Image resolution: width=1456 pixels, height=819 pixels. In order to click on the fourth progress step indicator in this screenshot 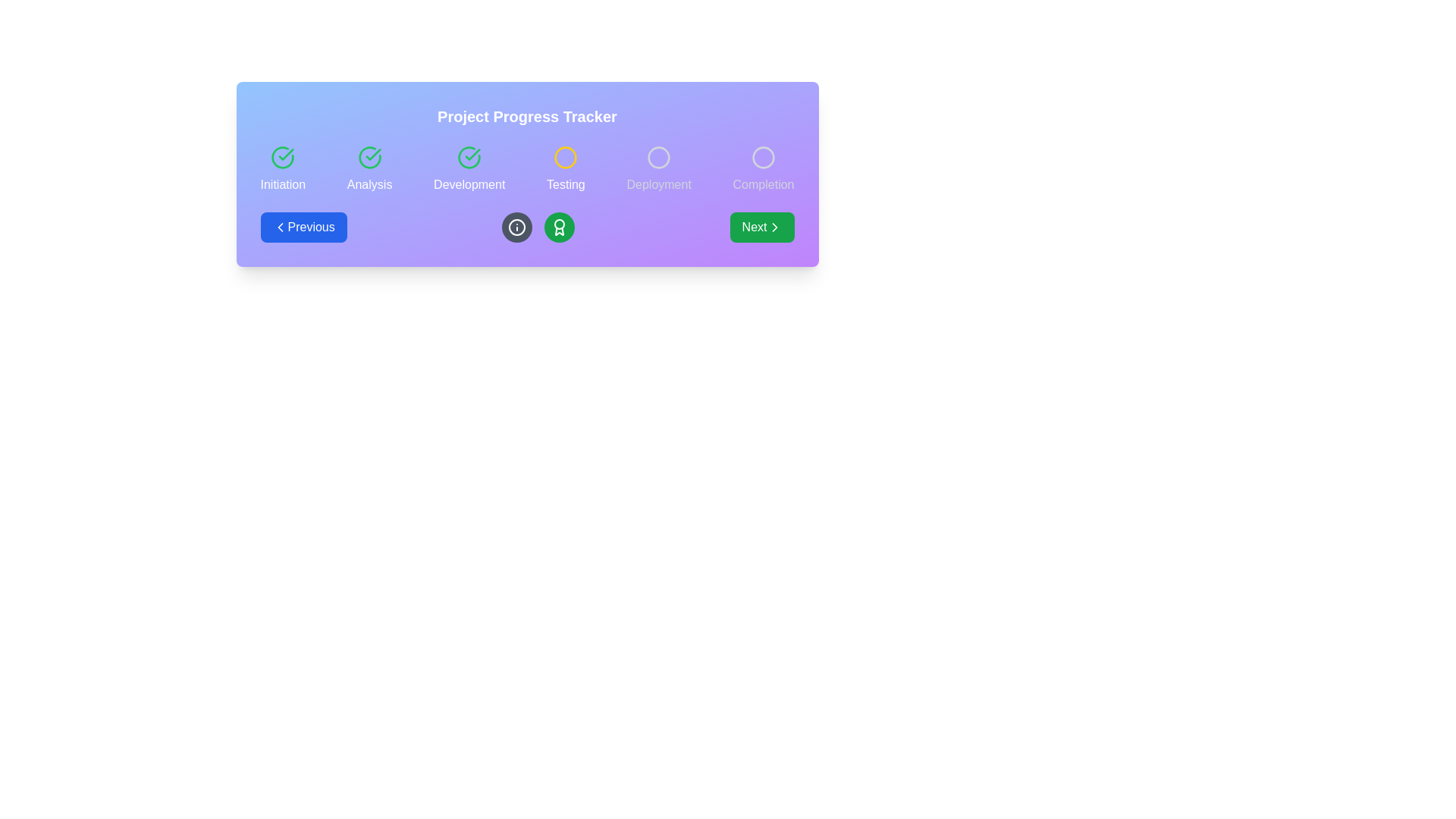, I will do `click(565, 169)`.